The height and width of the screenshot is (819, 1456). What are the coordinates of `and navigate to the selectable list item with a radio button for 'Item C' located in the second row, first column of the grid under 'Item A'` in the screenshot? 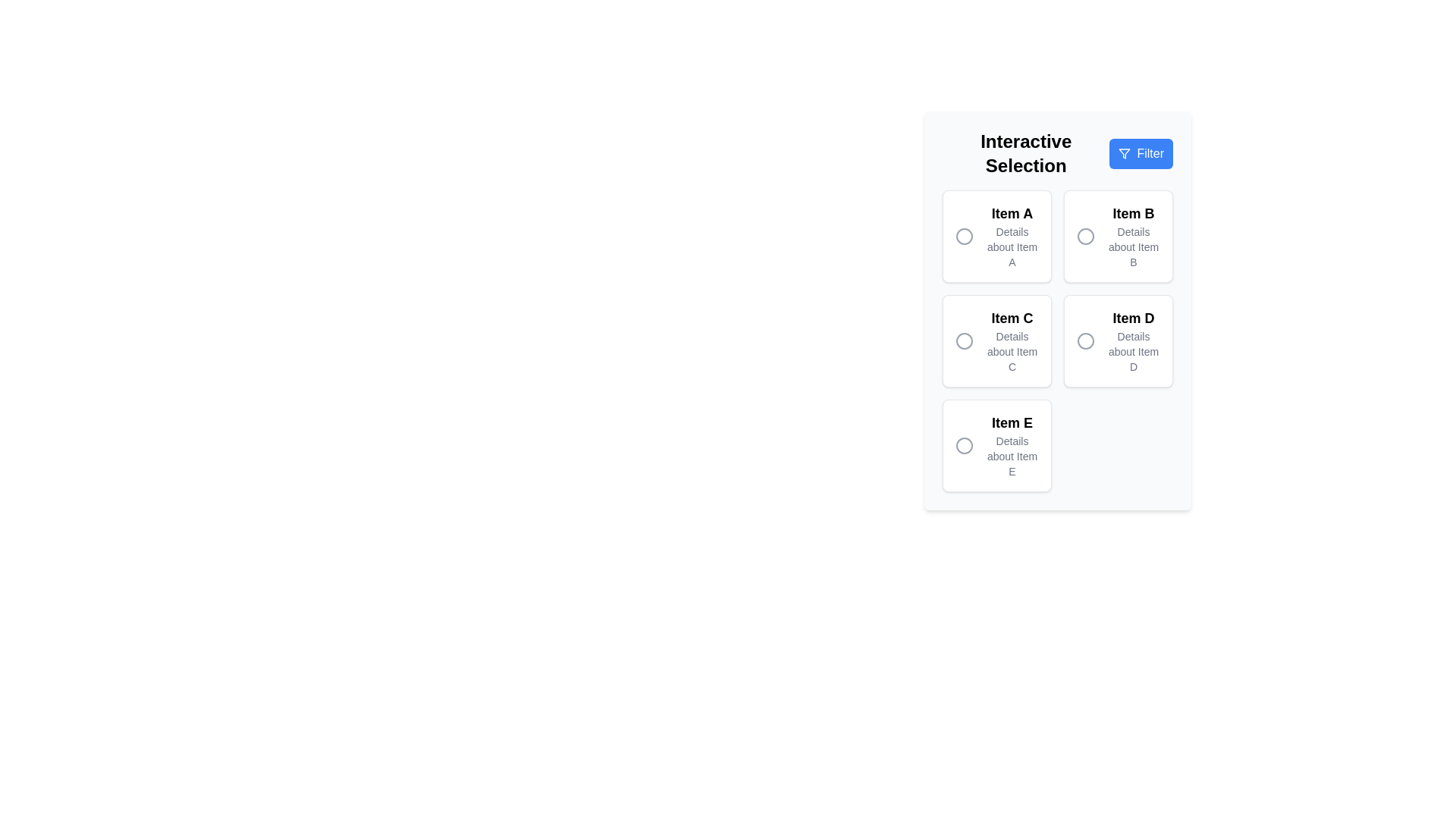 It's located at (997, 341).